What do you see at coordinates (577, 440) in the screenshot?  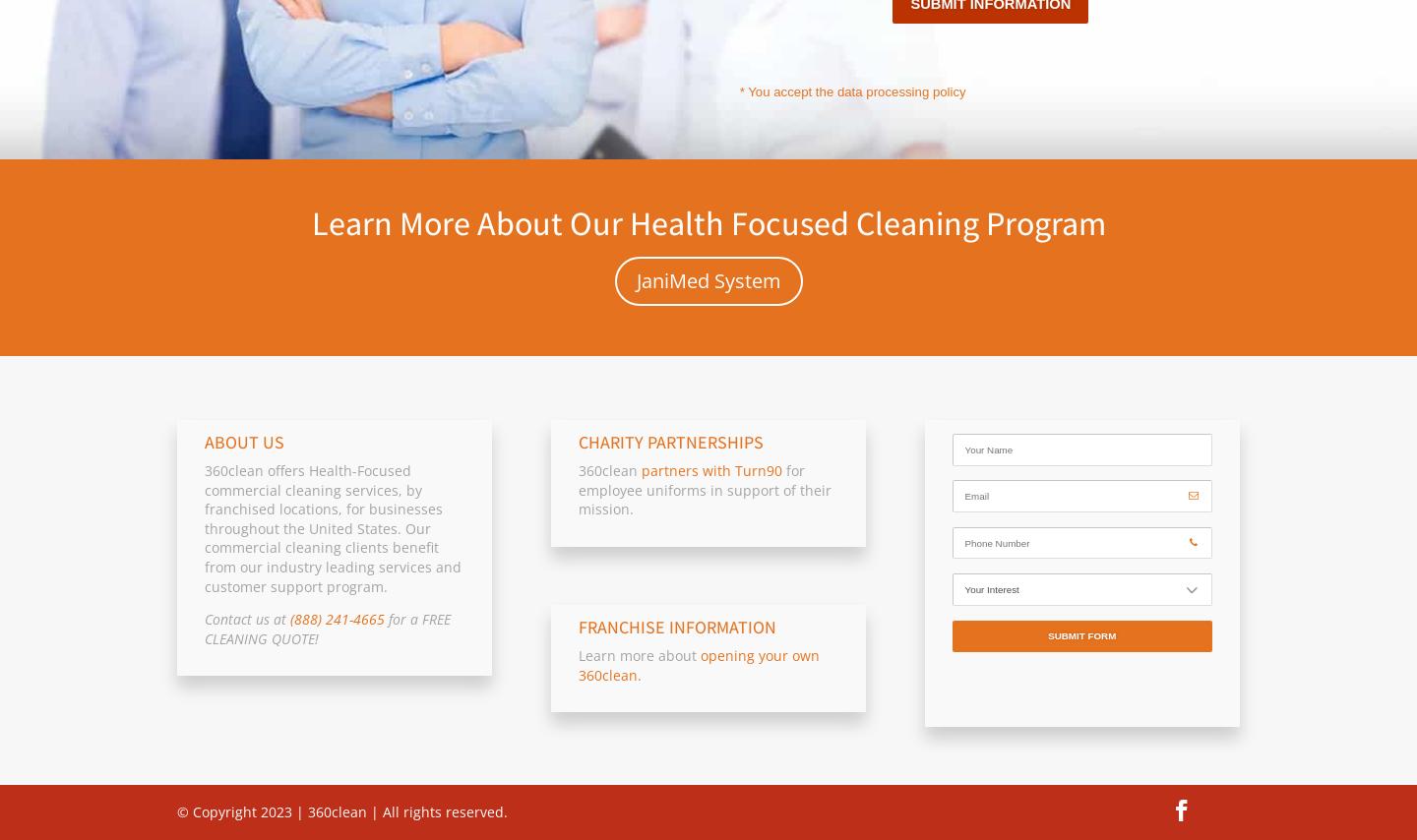 I see `'CHARITY PARTNERSHIPS'` at bounding box center [577, 440].